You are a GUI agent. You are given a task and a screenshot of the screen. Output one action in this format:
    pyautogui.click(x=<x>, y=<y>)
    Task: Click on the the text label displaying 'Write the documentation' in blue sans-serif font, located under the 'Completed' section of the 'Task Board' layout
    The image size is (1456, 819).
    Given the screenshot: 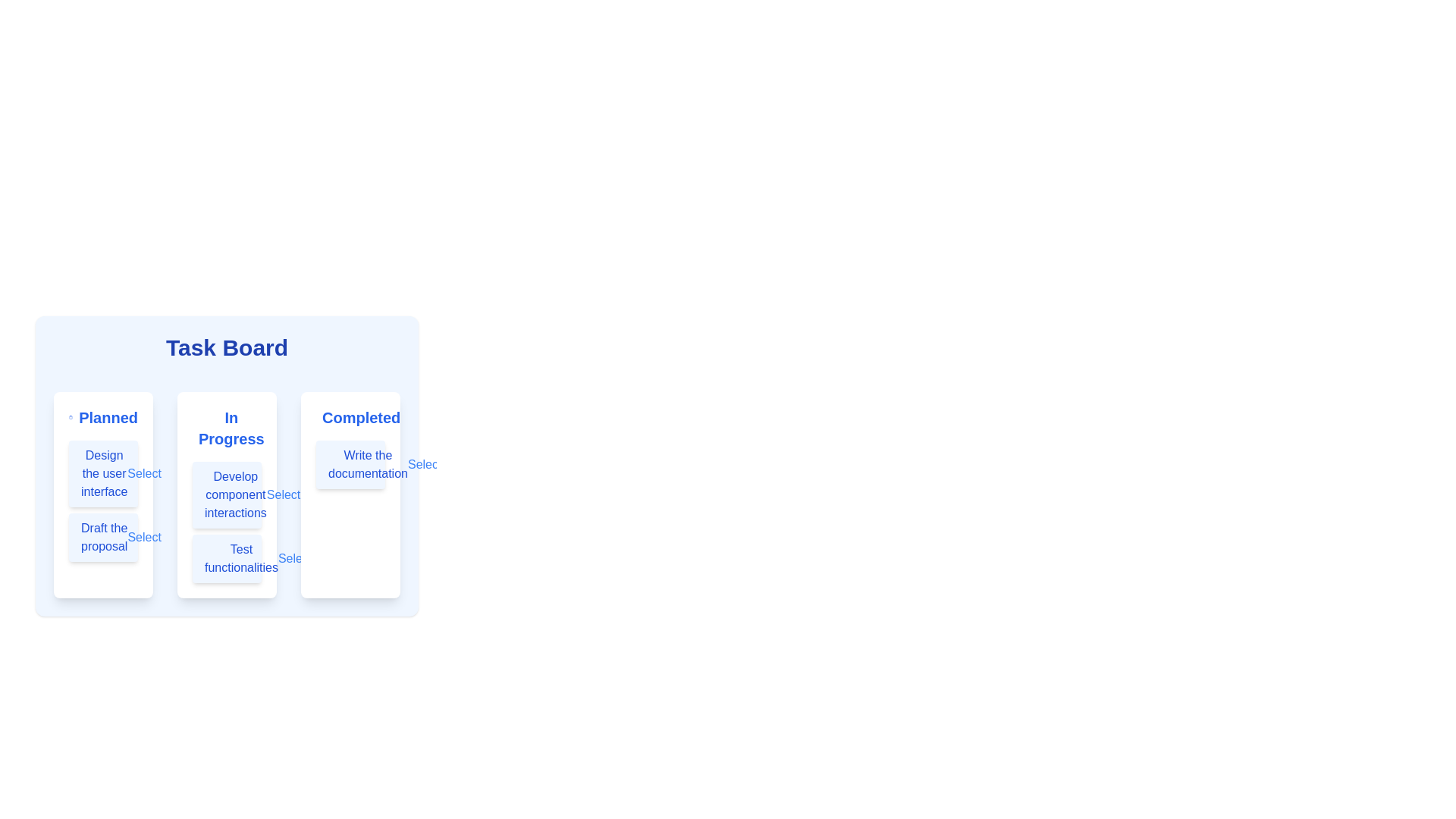 What is the action you would take?
    pyautogui.click(x=368, y=464)
    